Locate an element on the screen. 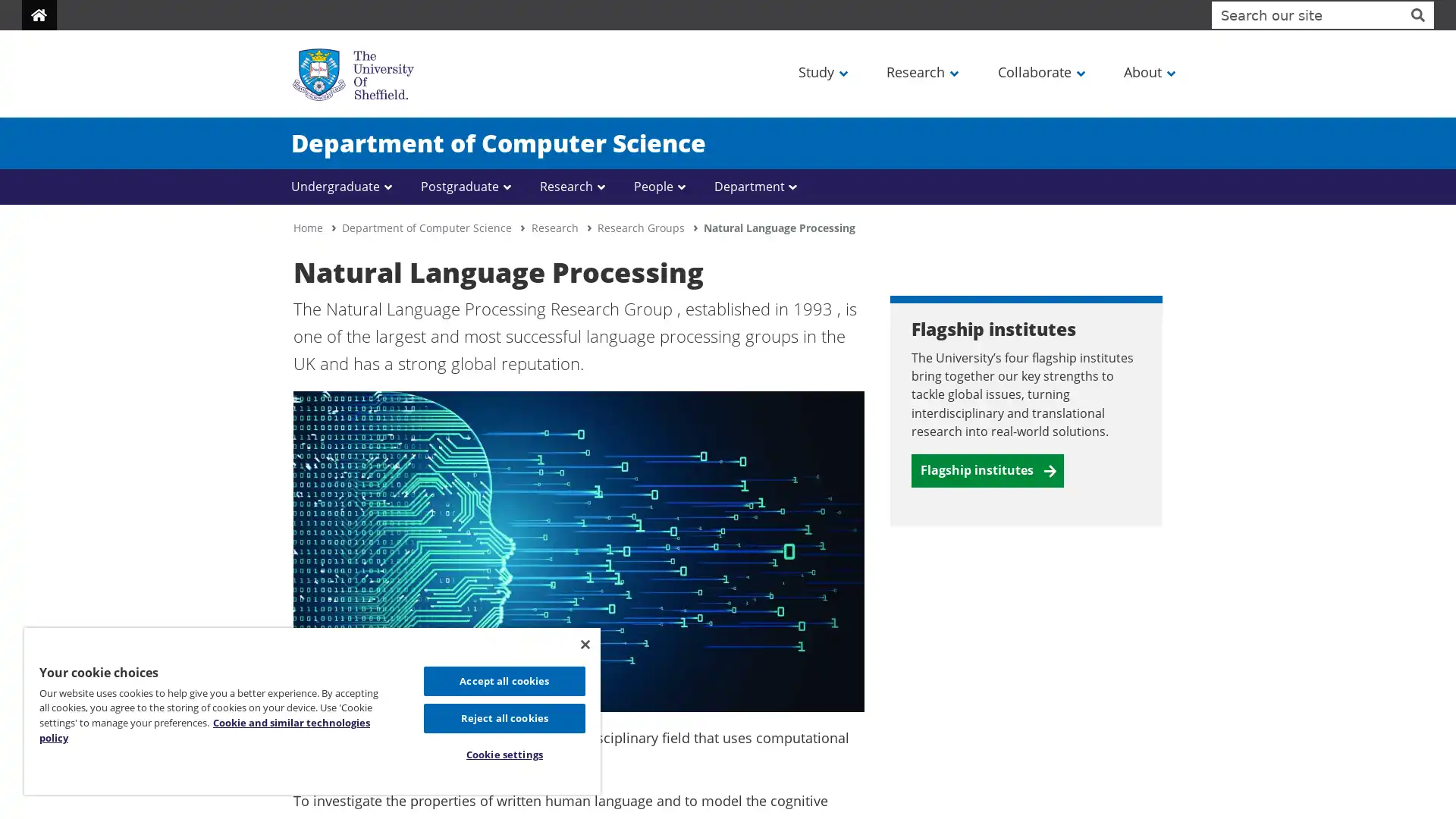 The width and height of the screenshot is (1456, 819). Undergraduate is located at coordinates (344, 187).